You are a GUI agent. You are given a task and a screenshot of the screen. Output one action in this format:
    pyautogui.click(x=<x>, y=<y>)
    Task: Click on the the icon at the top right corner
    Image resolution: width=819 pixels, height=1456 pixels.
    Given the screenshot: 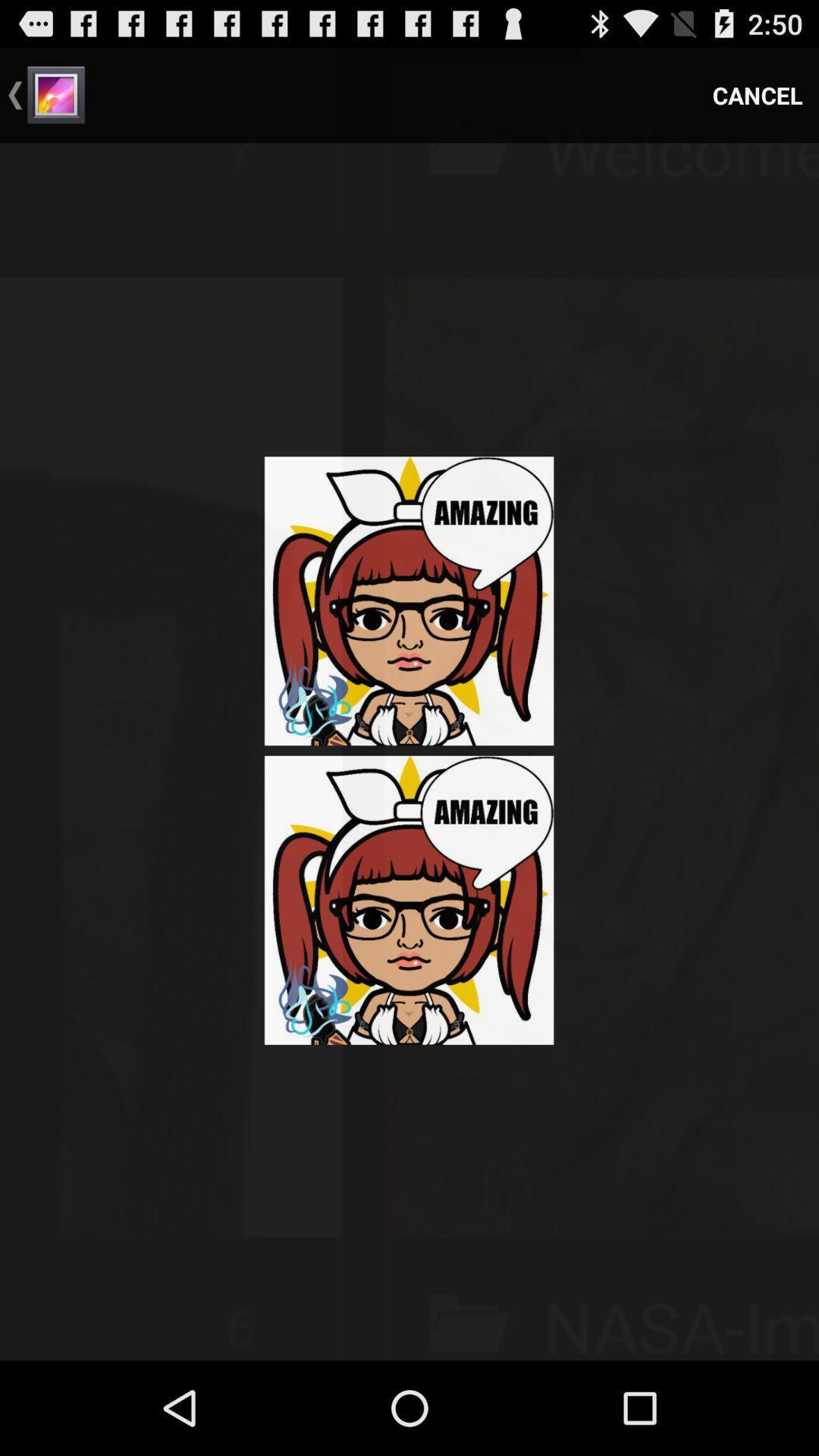 What is the action you would take?
    pyautogui.click(x=758, y=94)
    